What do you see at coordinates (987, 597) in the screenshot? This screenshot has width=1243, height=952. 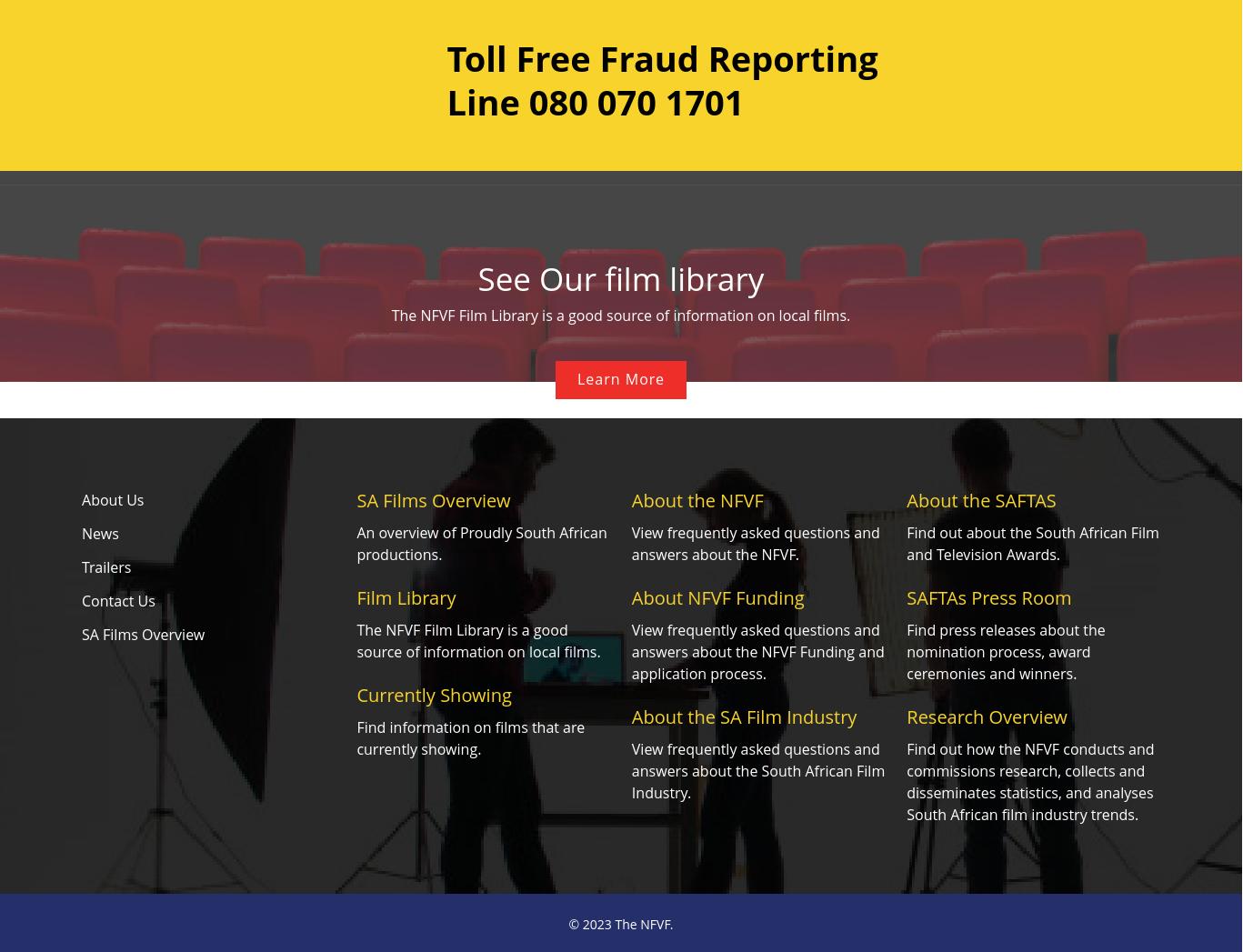 I see `'SAFTAs Press Room'` at bounding box center [987, 597].